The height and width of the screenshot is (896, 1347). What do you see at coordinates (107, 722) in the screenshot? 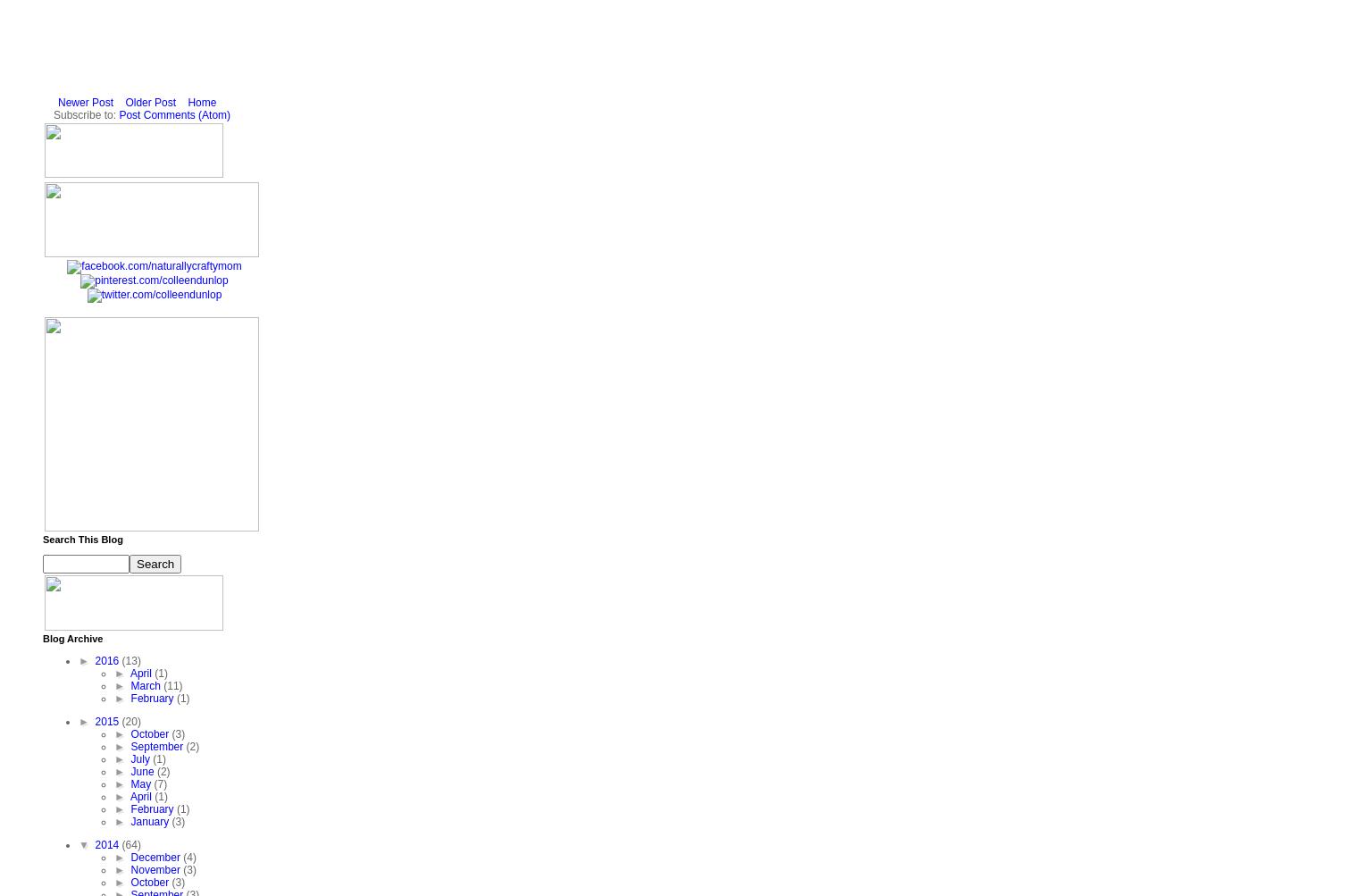
I see `'2015'` at bounding box center [107, 722].